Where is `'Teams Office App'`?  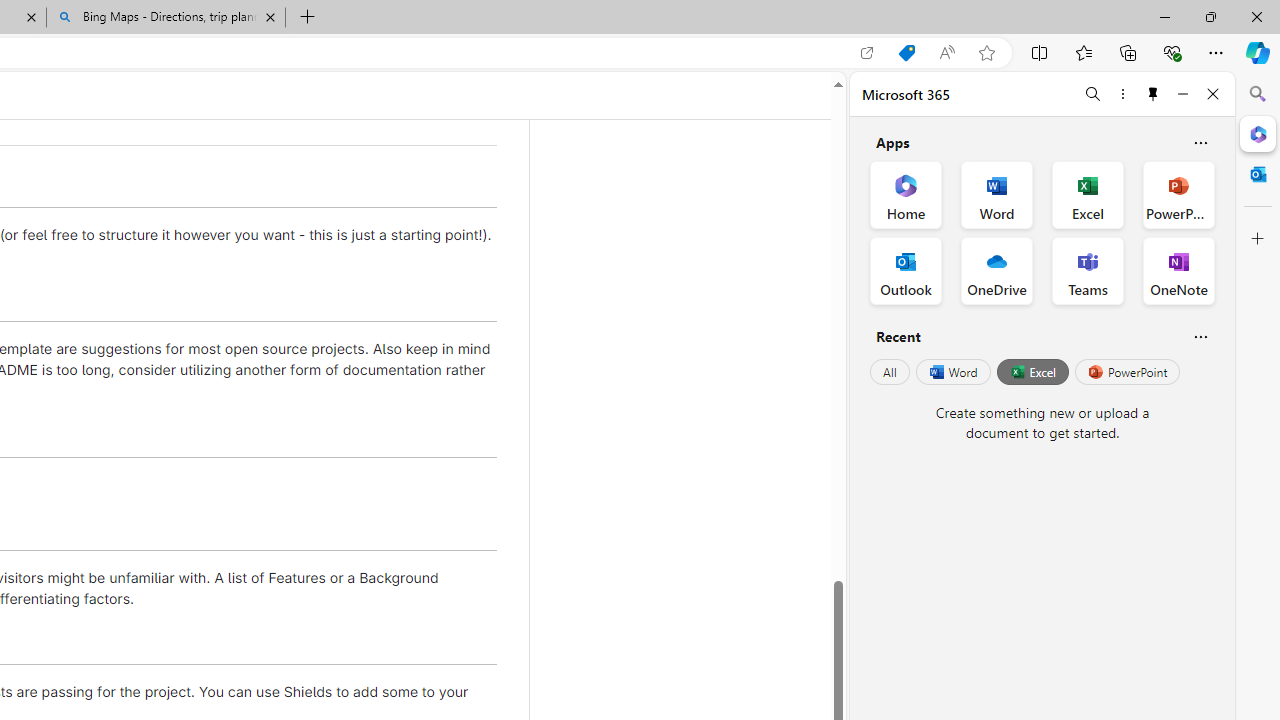 'Teams Office App' is located at coordinates (1087, 271).